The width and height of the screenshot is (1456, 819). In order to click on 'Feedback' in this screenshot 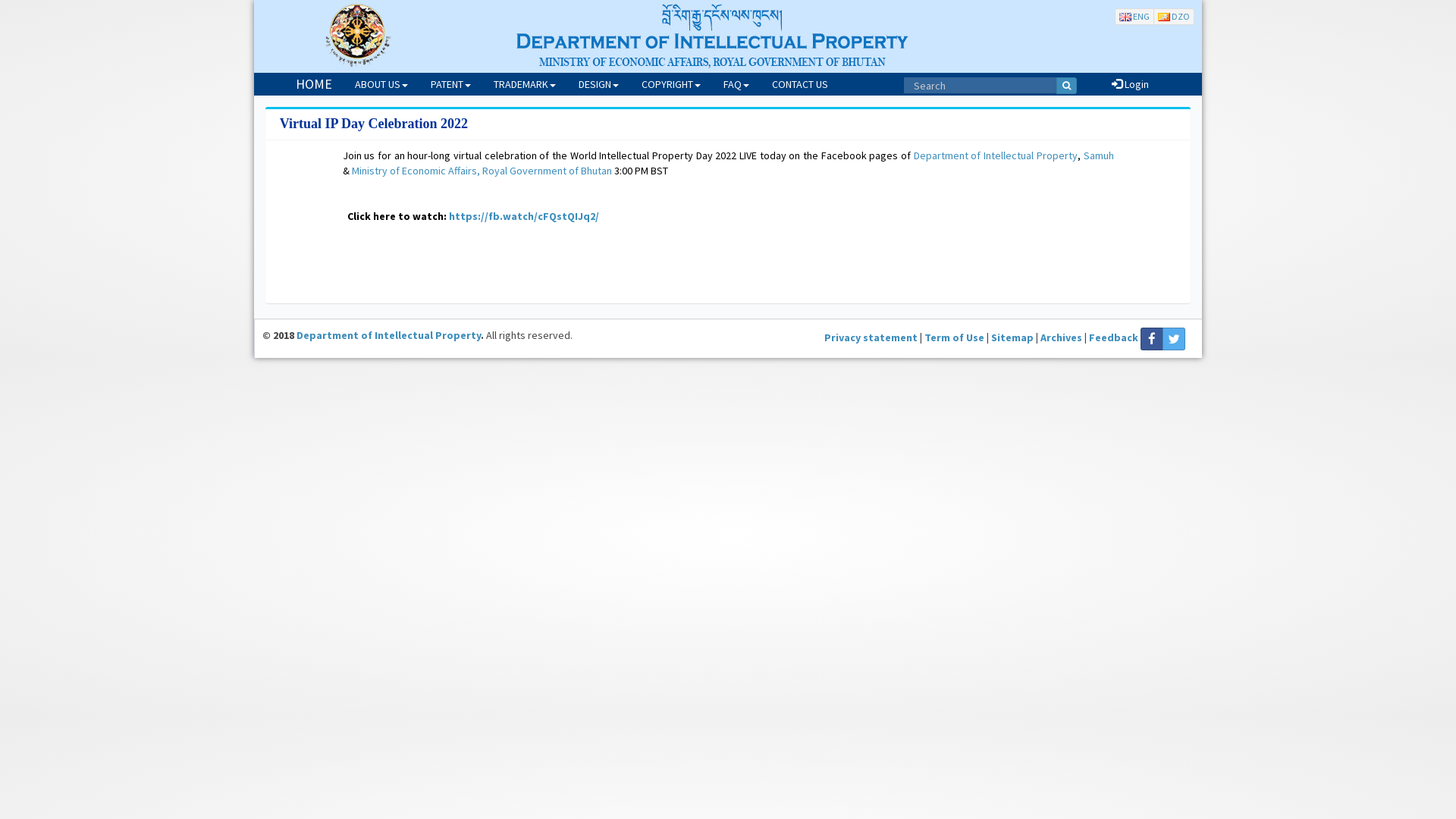, I will do `click(1113, 336)`.